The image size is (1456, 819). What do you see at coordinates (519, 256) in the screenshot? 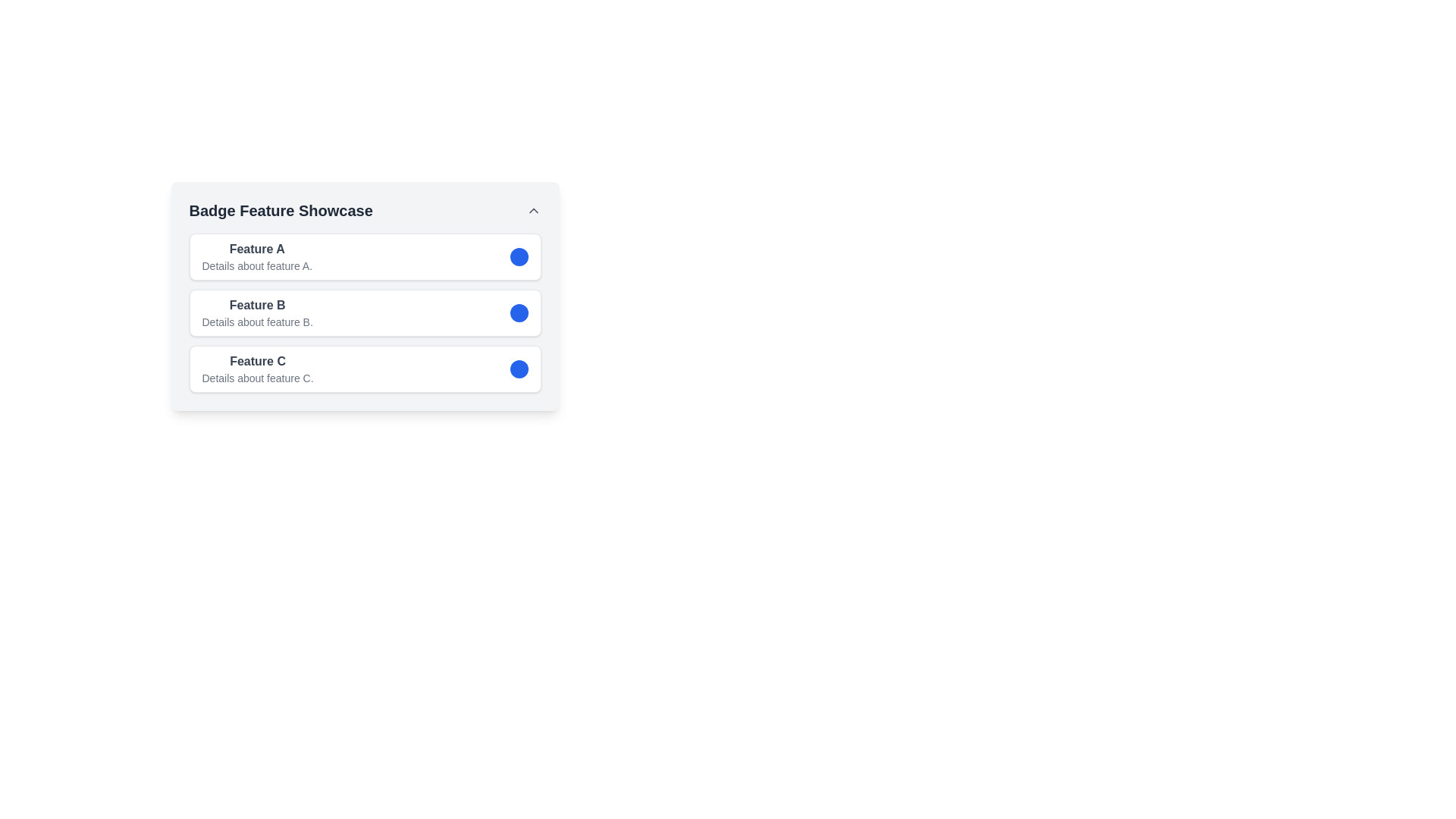
I see `the small circular badge labeled 'Active', which is bright blue with a white center, located to the far right of the 'Feature A' row` at bounding box center [519, 256].